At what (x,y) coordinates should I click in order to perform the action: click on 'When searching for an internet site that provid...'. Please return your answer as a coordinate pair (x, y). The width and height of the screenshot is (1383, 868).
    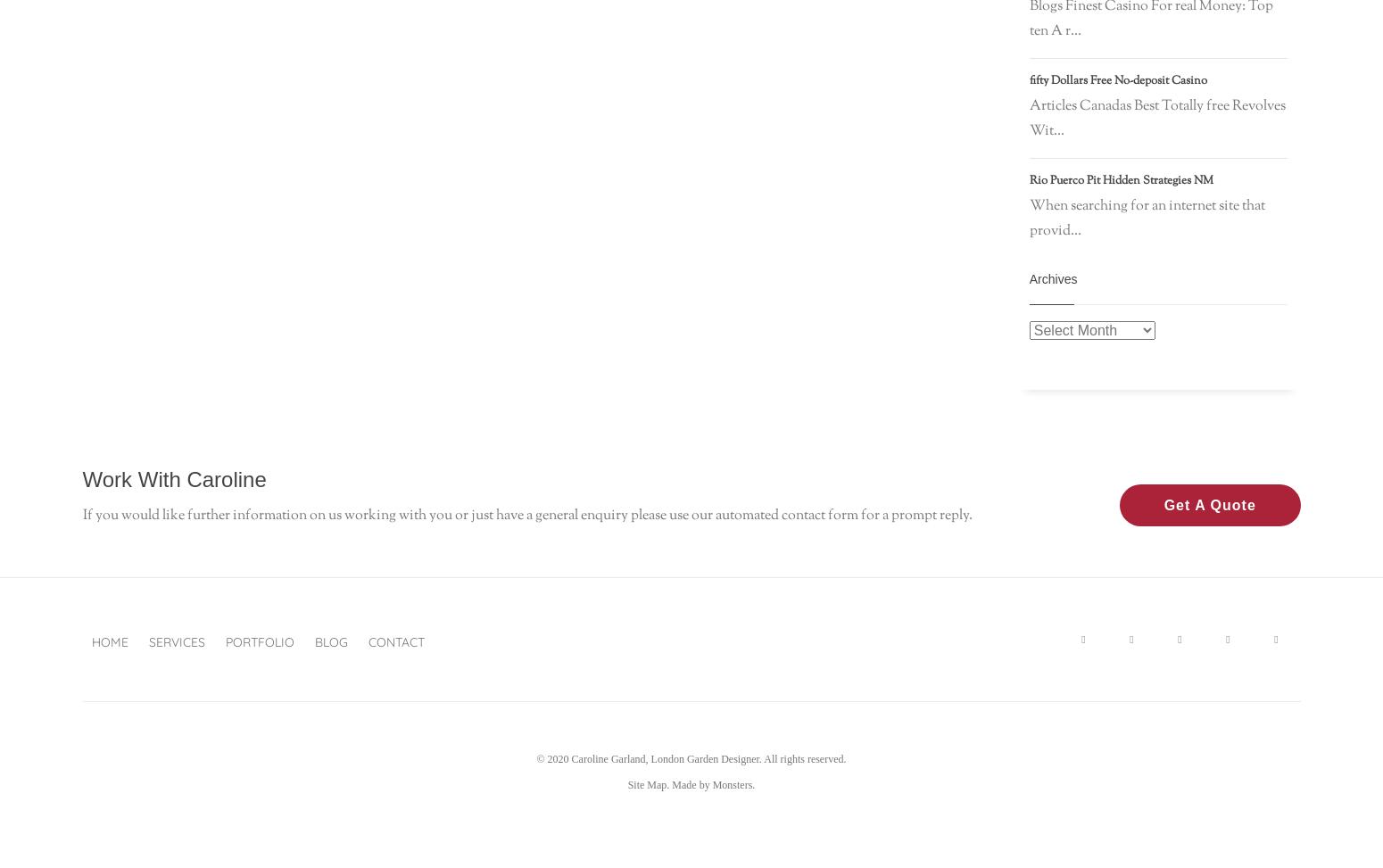
    Looking at the image, I should click on (1145, 218).